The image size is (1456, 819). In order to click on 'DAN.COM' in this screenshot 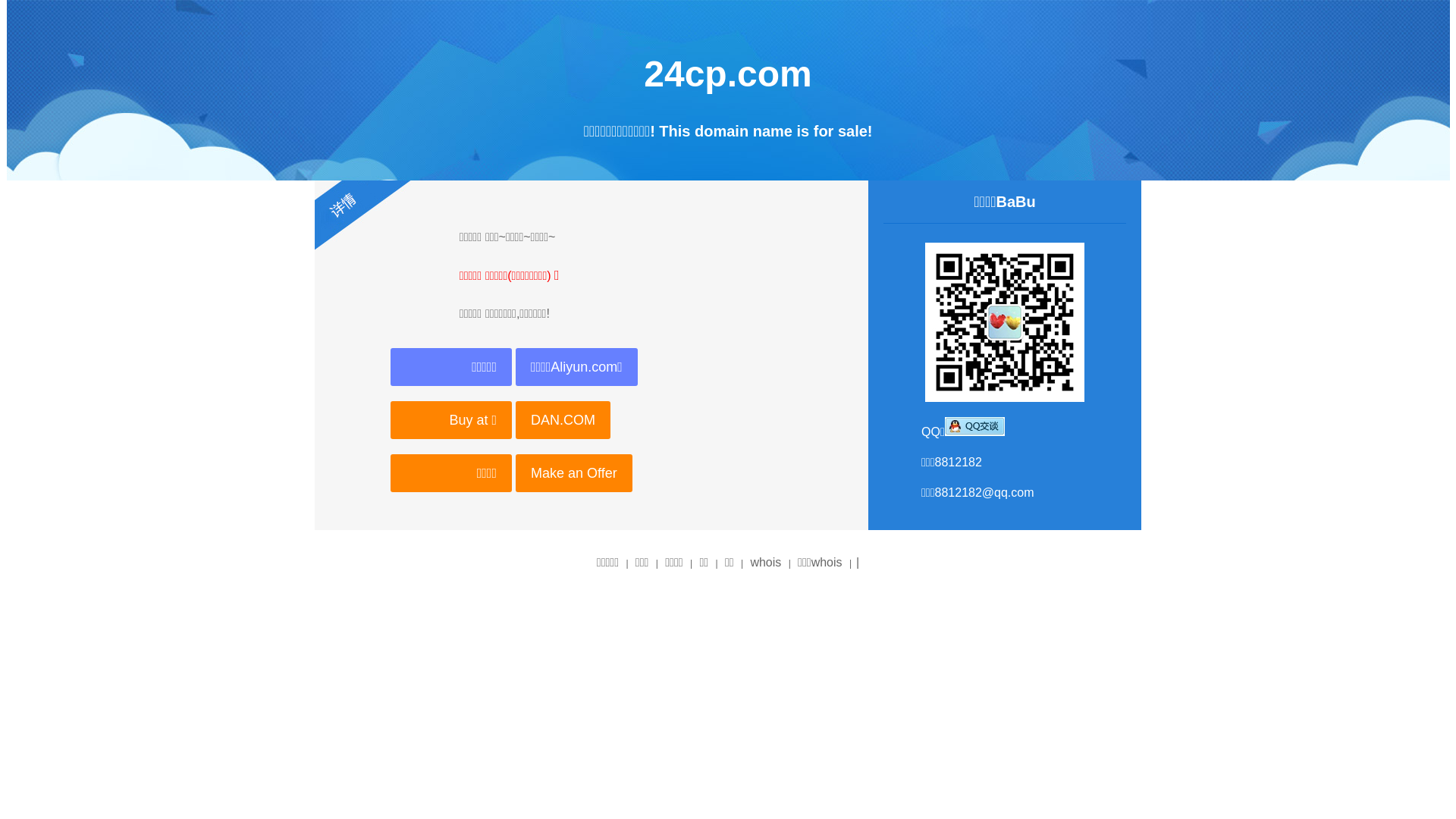, I will do `click(516, 420)`.